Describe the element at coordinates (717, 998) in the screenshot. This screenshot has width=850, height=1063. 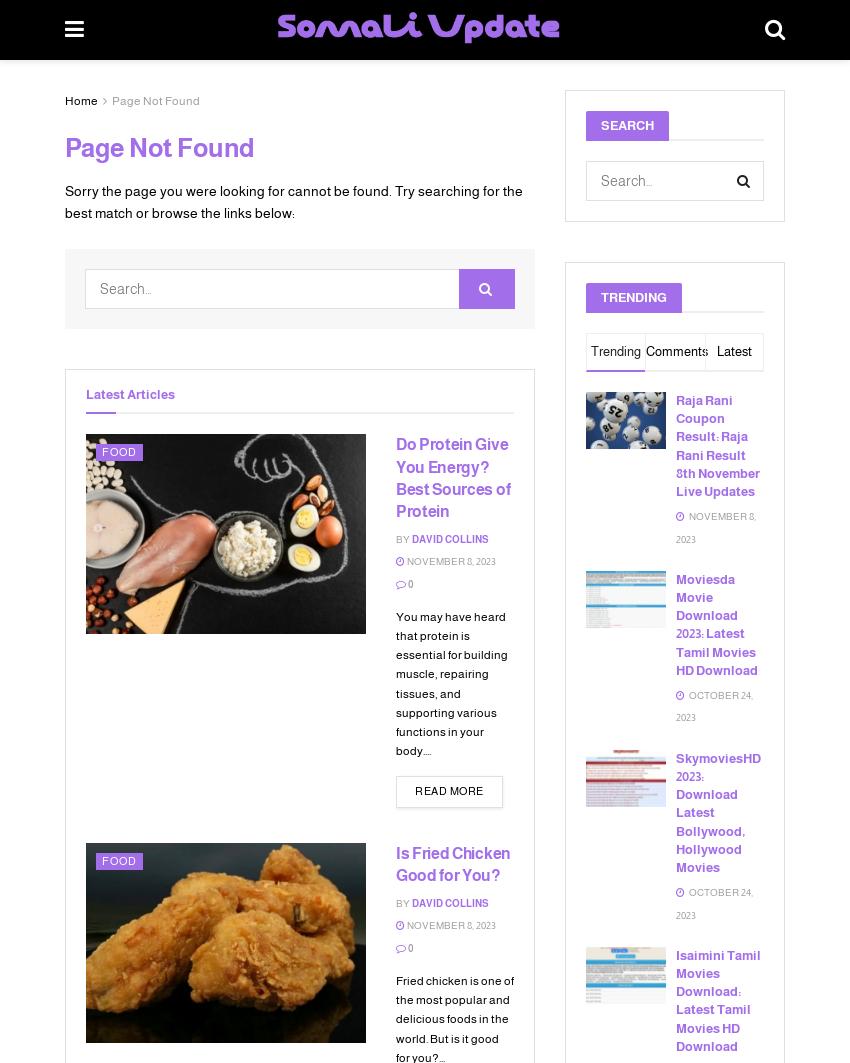
I see `'Isaimini Tamil Movies Download: Latest Tamil Movies HD Download'` at that location.